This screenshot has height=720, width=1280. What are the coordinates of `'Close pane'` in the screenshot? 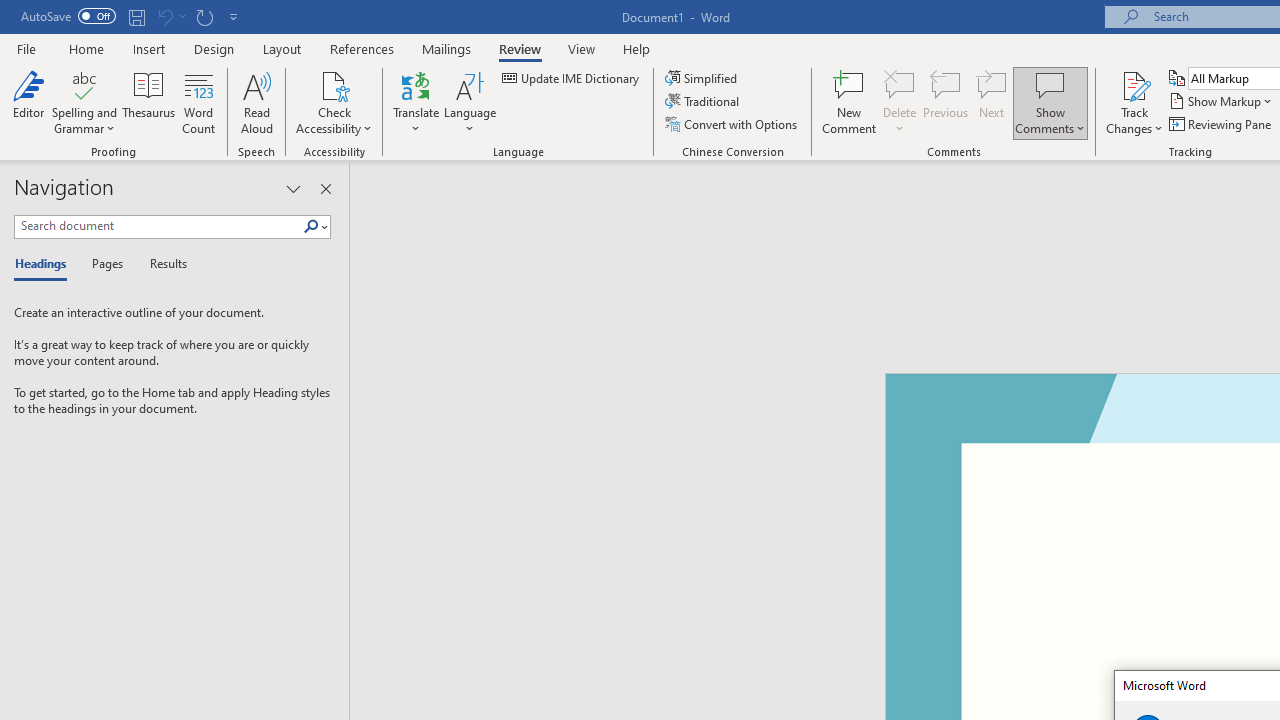 It's located at (325, 189).